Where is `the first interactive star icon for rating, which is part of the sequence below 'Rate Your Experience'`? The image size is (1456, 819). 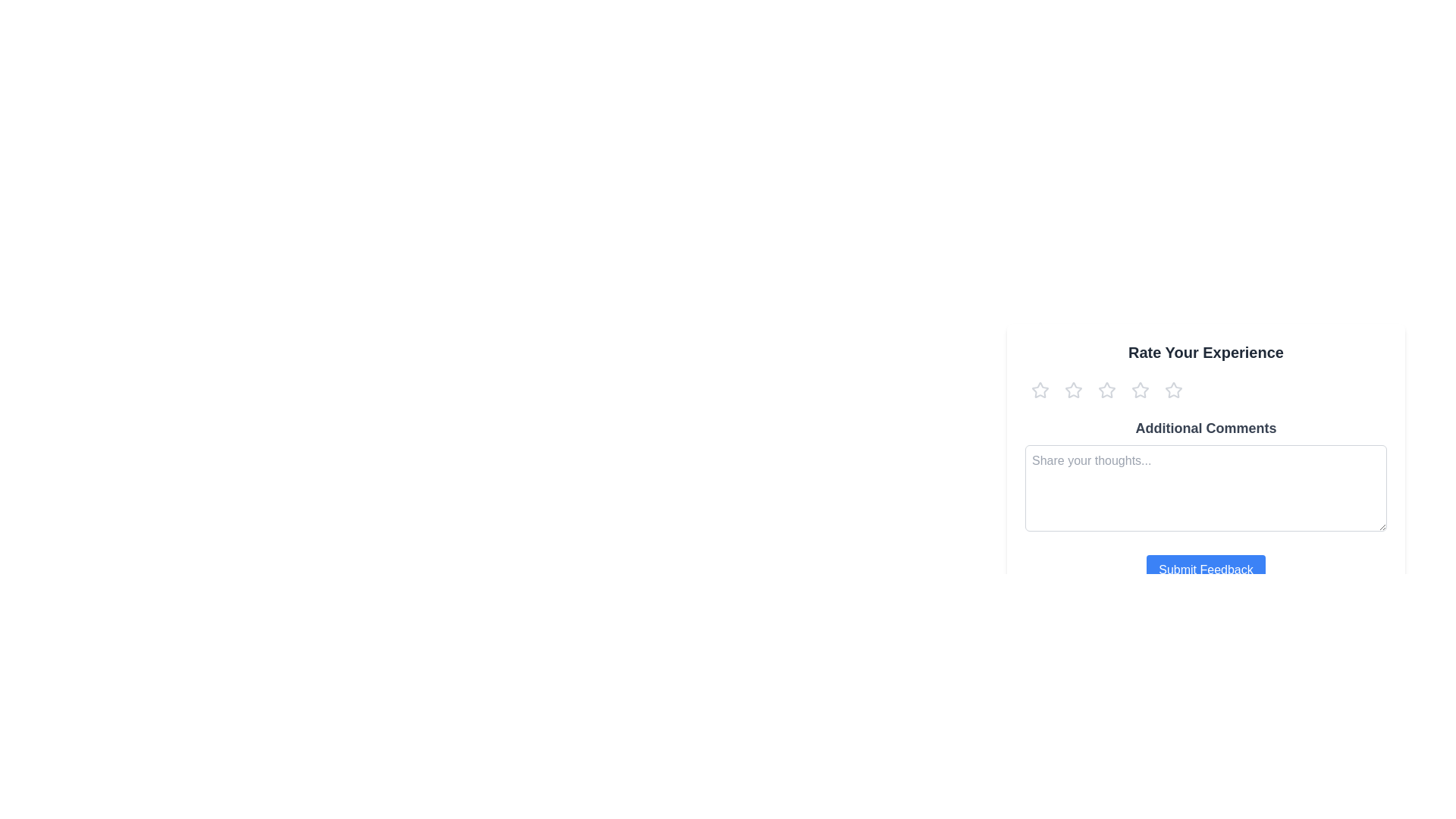 the first interactive star icon for rating, which is part of the sequence below 'Rate Your Experience' is located at coordinates (1040, 390).